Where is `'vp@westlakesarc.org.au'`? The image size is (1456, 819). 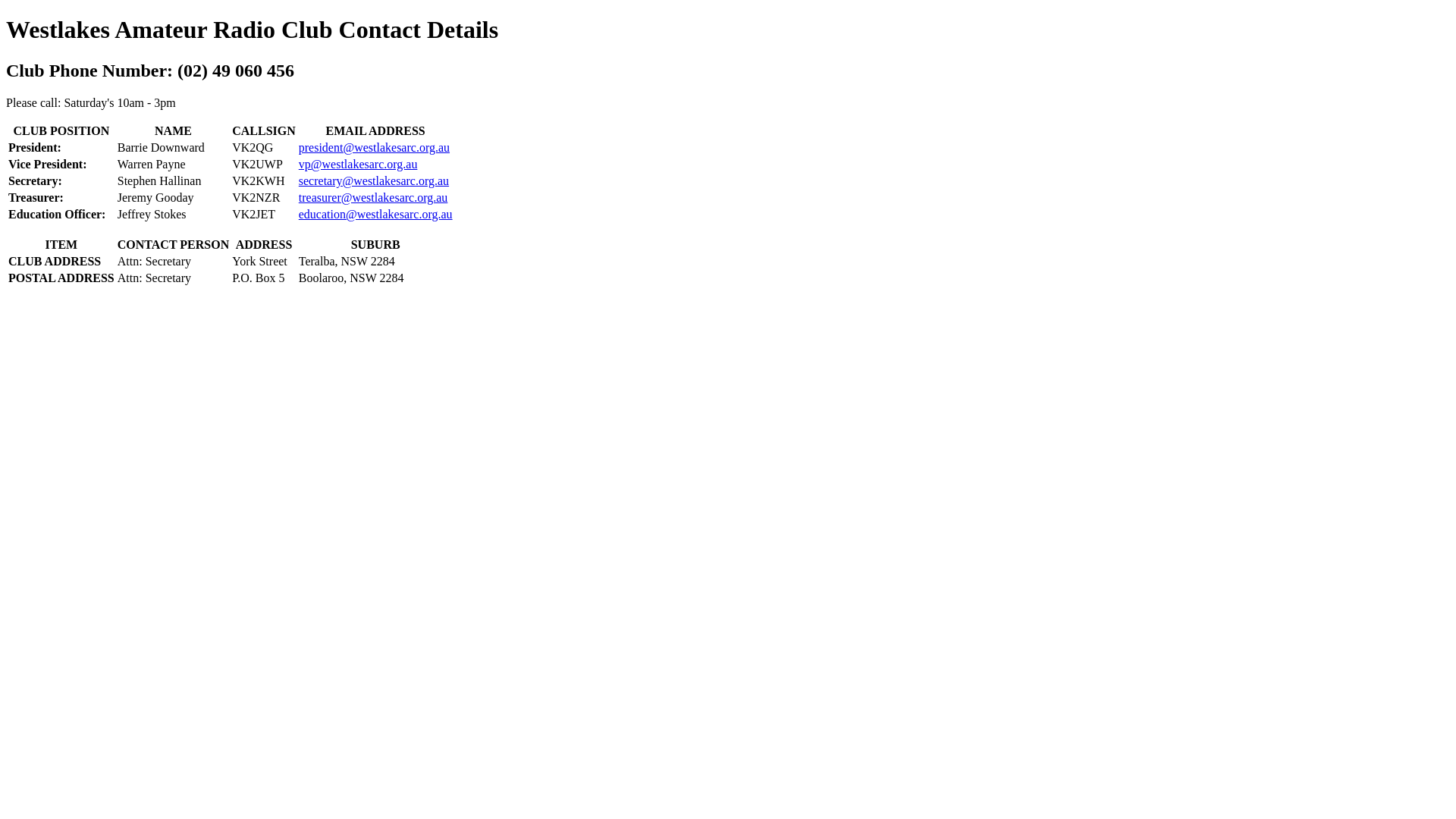 'vp@westlakesarc.org.au' is located at coordinates (357, 164).